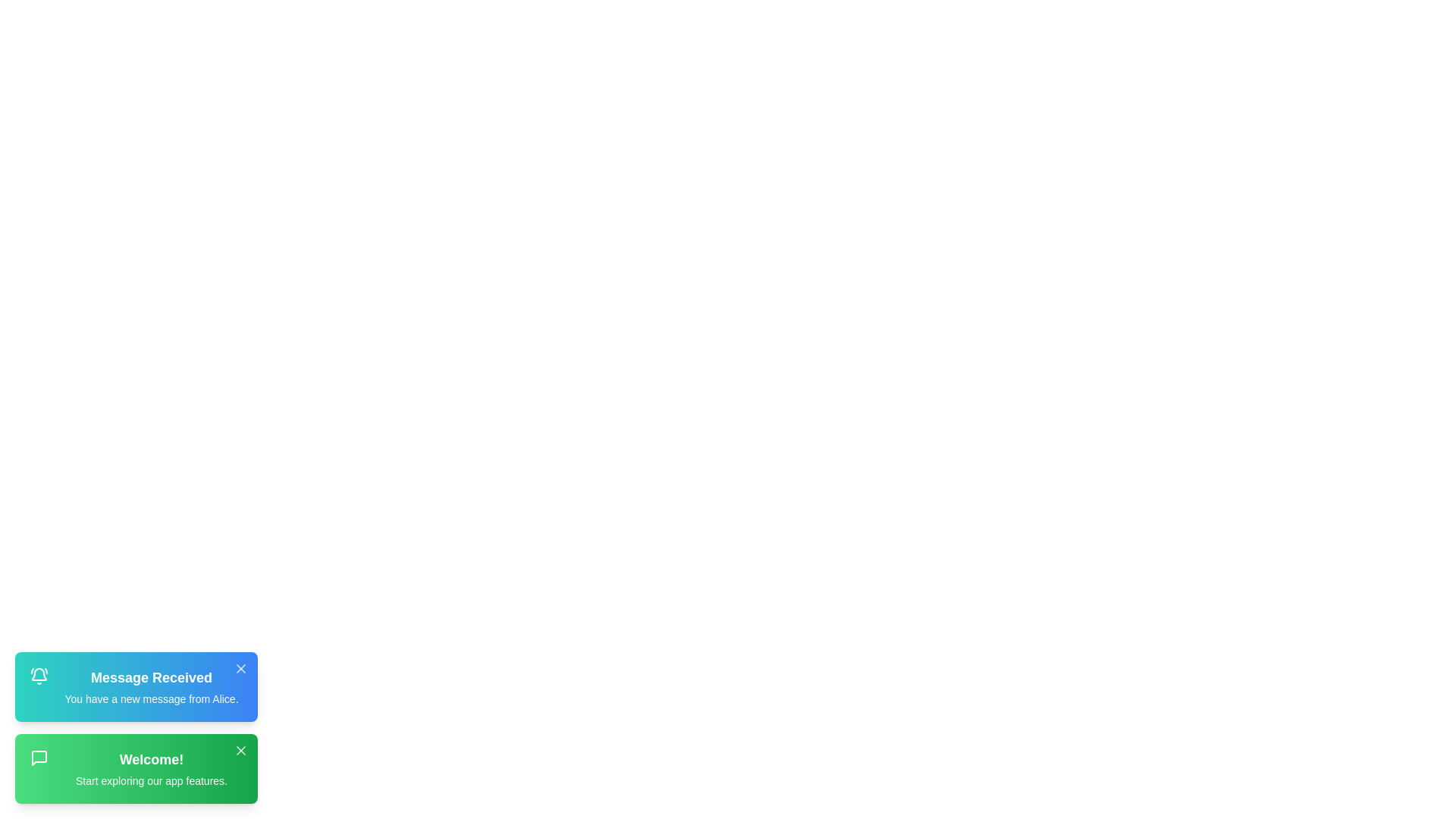 The image size is (1456, 819). What do you see at coordinates (240, 668) in the screenshot?
I see `close button on the snackbar with the title 'Message Received'` at bounding box center [240, 668].